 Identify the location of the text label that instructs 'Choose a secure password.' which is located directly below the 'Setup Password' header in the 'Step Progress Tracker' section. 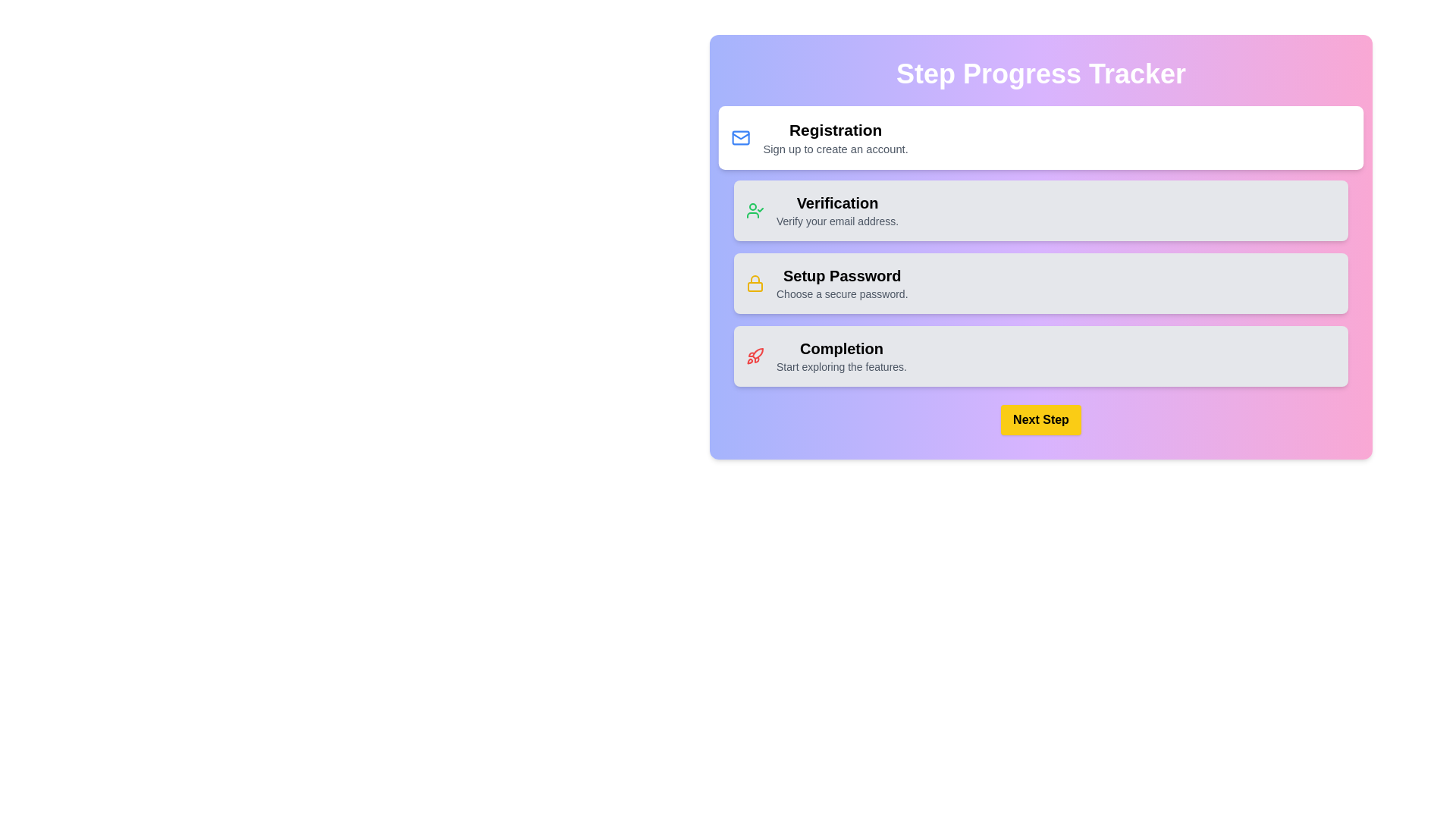
(841, 294).